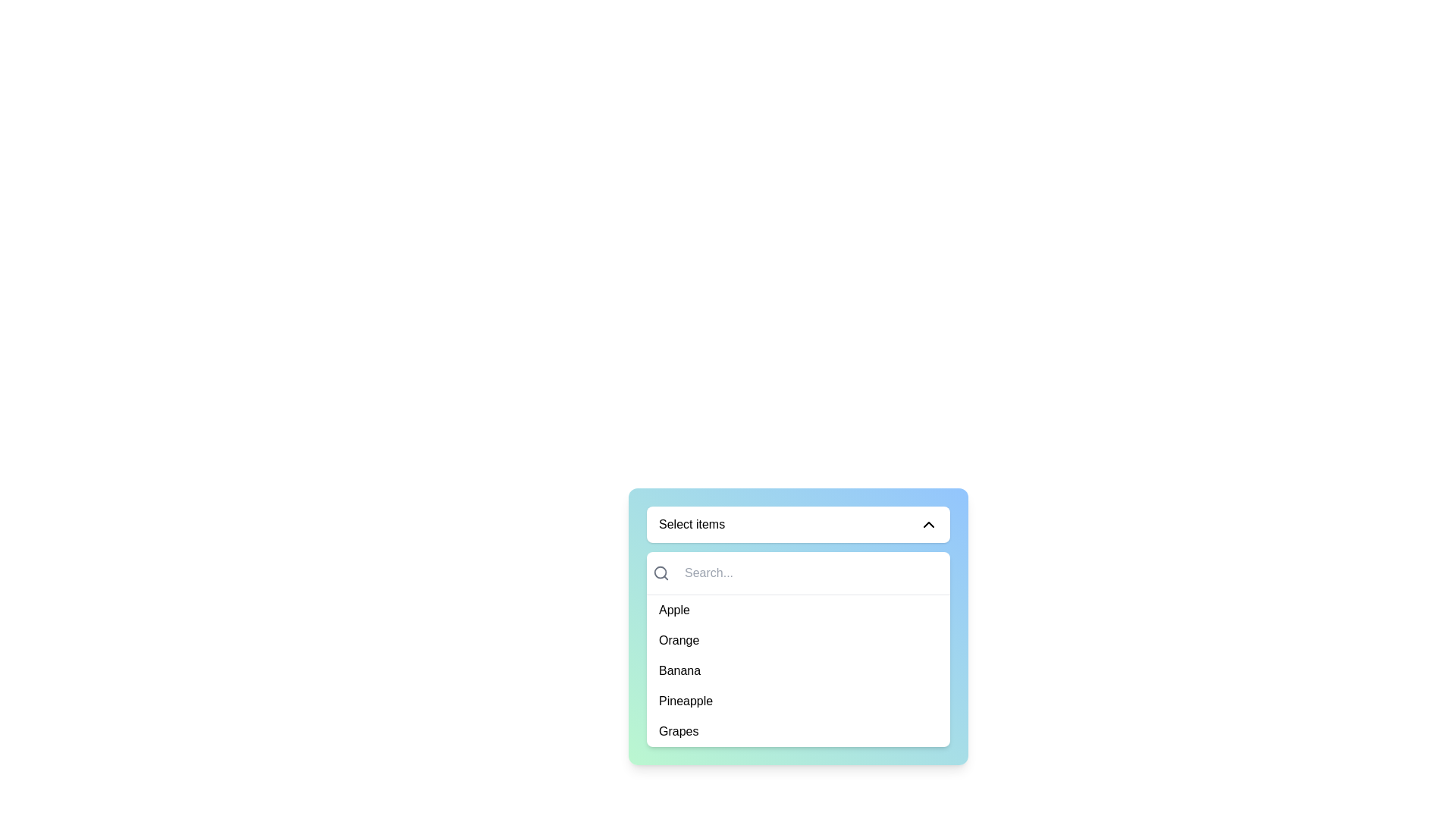 This screenshot has height=819, width=1456. I want to click on the selectable menu item labeled 'Grapes' in the dropdown menu, so click(797, 730).